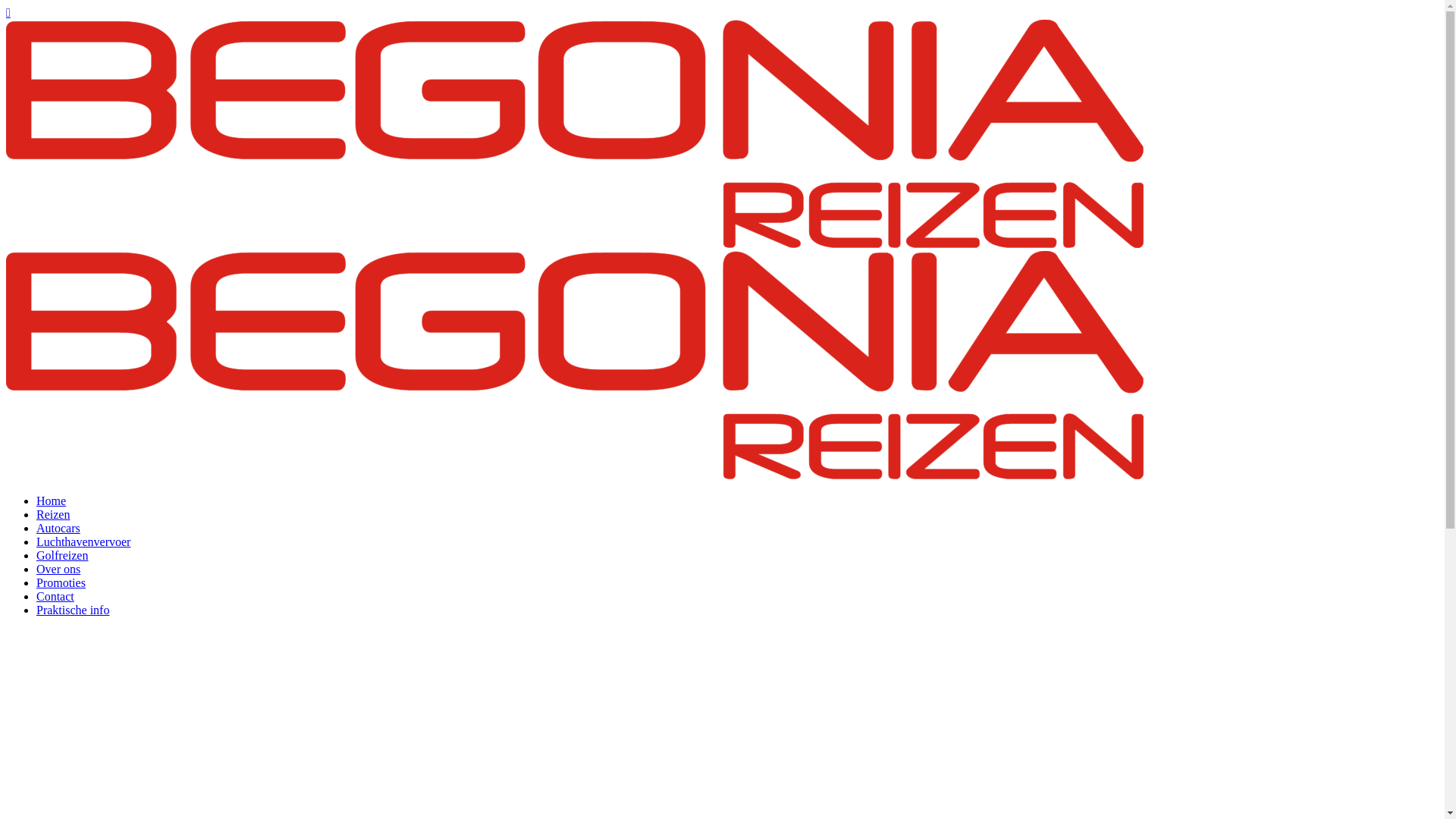 The image size is (1456, 819). Describe the element at coordinates (36, 595) in the screenshot. I see `'Contact'` at that location.